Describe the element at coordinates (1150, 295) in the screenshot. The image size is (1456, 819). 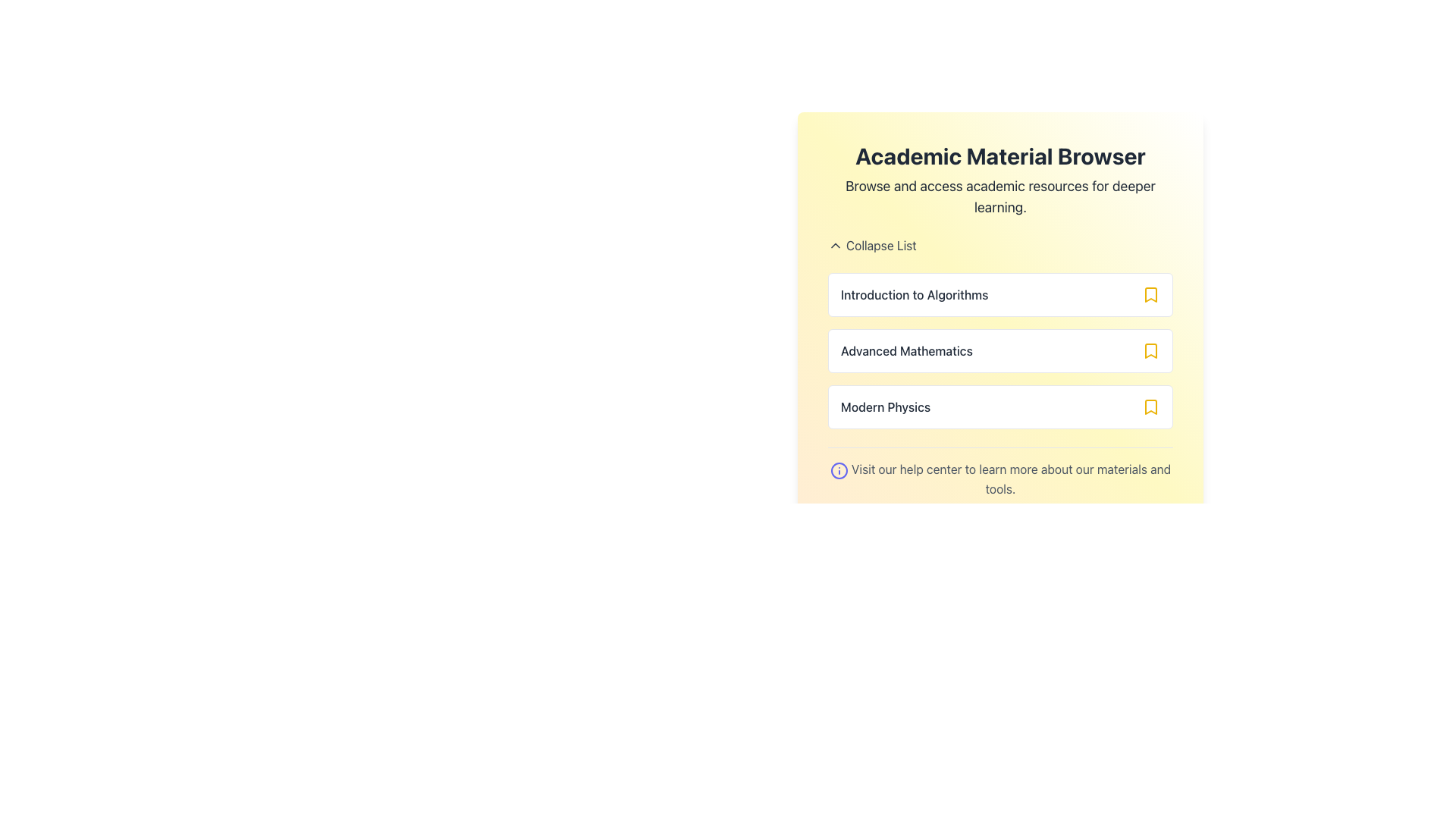
I see `the bookmark icon located to the right of the first list item labeled 'Introduction to Algorithms'` at that location.